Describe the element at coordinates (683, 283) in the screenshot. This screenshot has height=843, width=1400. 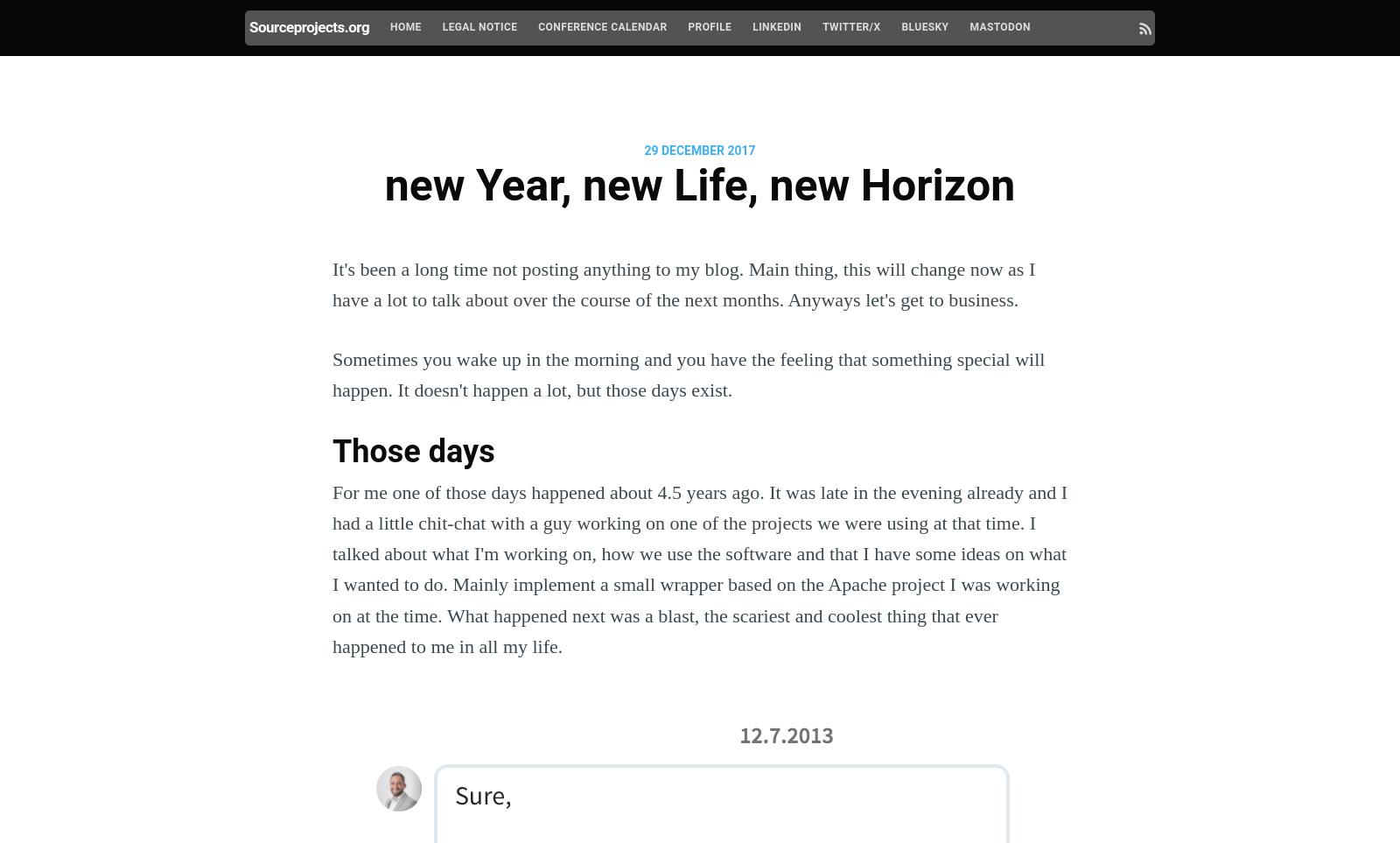
I see `'It's been a long time not posting anything to my blog. Main thing, this will change now as I have a lot to talk about over the course of the next months. Anyways let's get to business.'` at that location.